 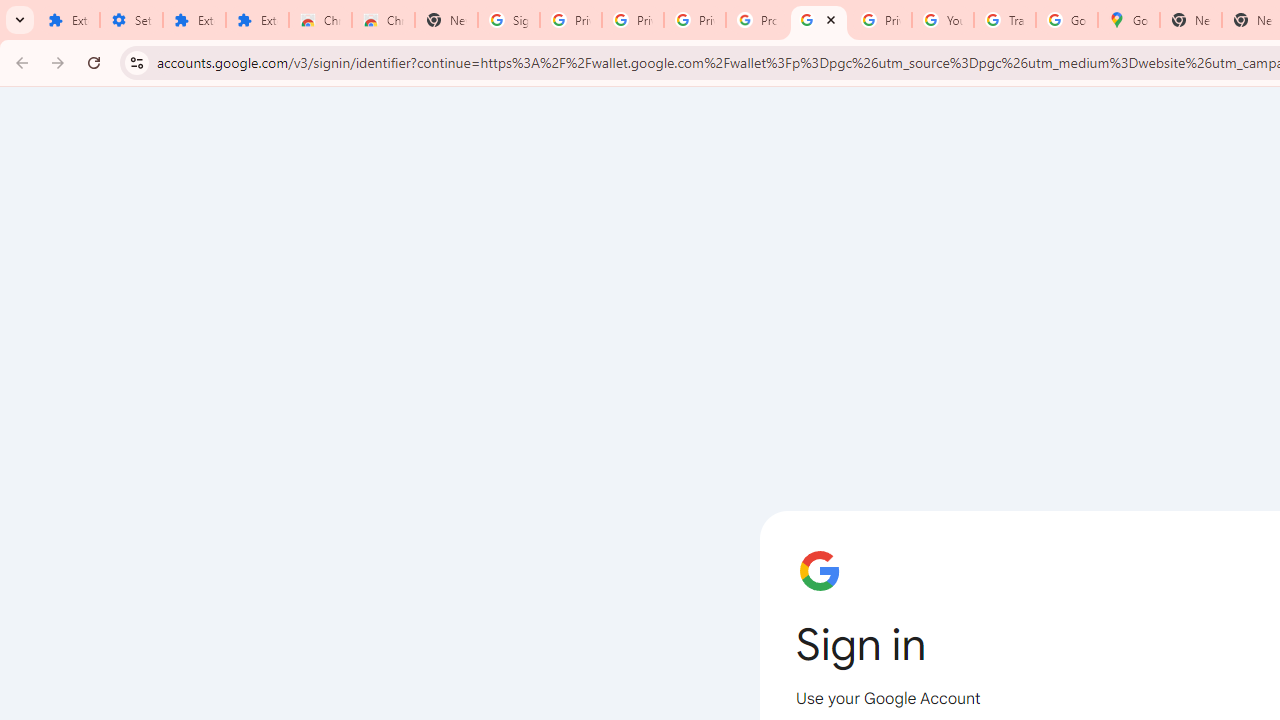 I want to click on 'Chrome Web Store - Themes', so click(x=383, y=20).